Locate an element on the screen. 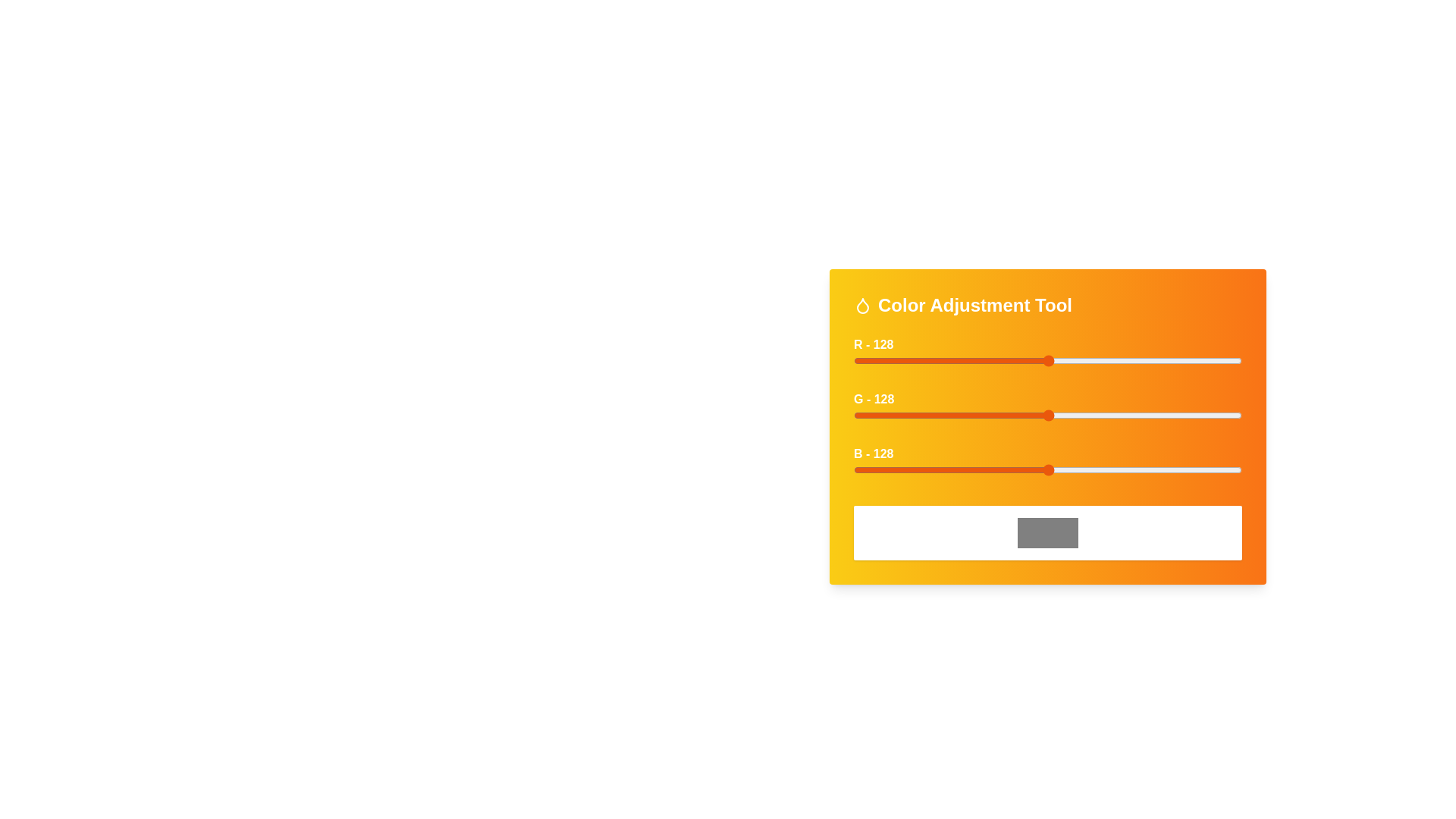 The width and height of the screenshot is (1456, 819). the blue slider to set the blue intensity to 254 is located at coordinates (1241, 469).